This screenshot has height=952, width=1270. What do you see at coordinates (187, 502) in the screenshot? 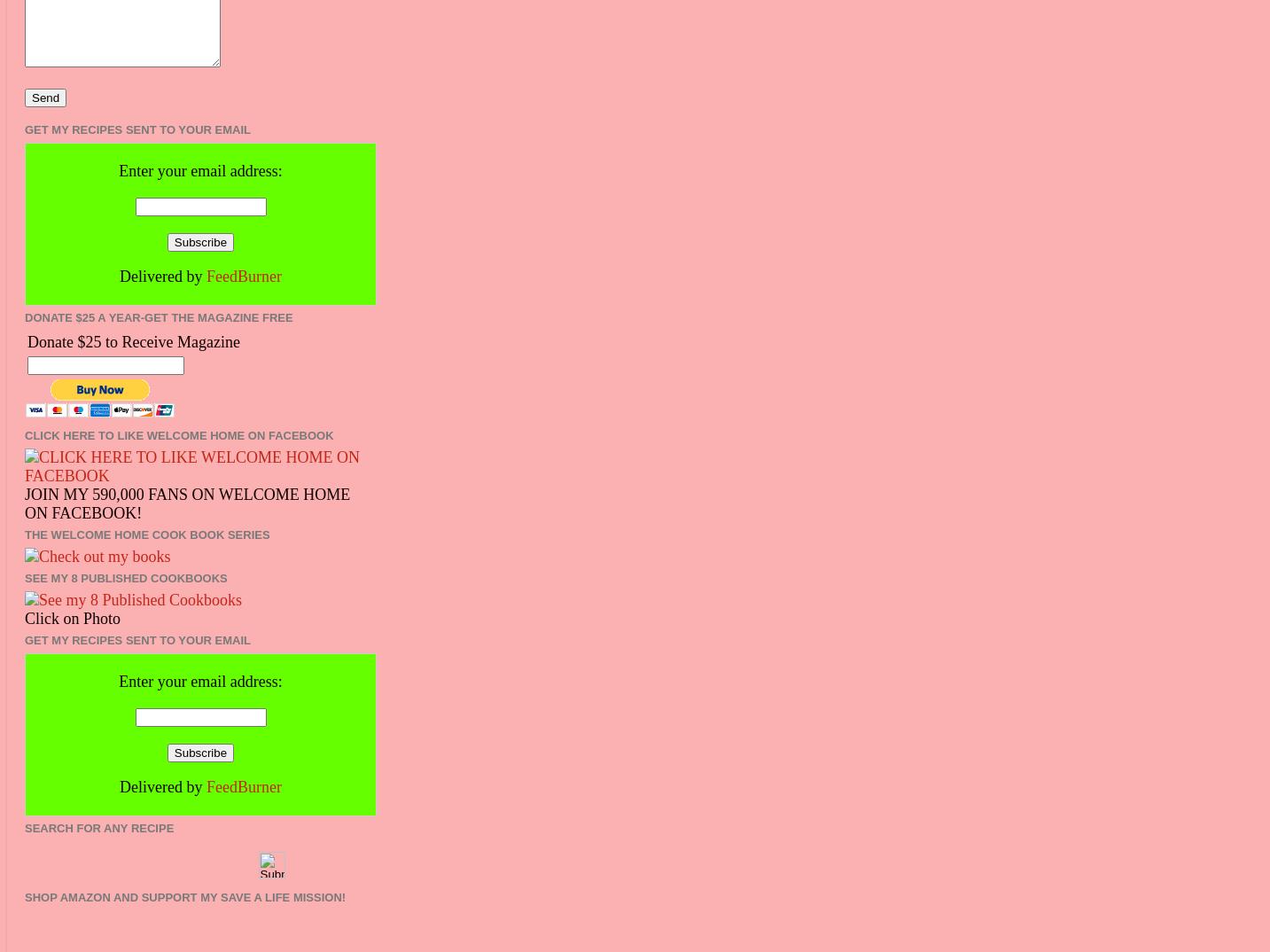
I see `'JOIN MY 590,000 FANS ON WELCOME HOME ON FACEBOOK!'` at bounding box center [187, 502].